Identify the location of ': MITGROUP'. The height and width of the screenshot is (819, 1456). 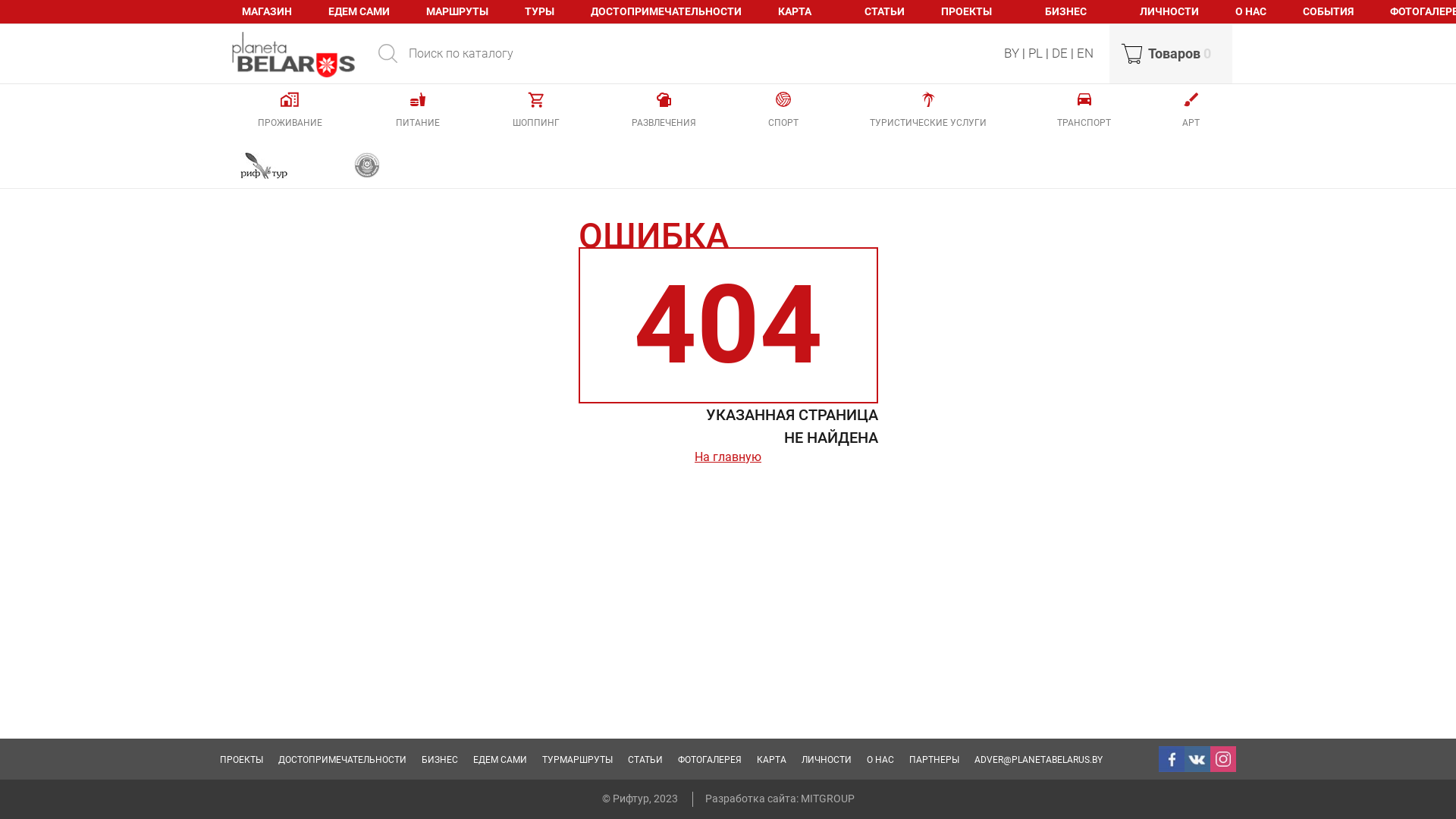
(824, 798).